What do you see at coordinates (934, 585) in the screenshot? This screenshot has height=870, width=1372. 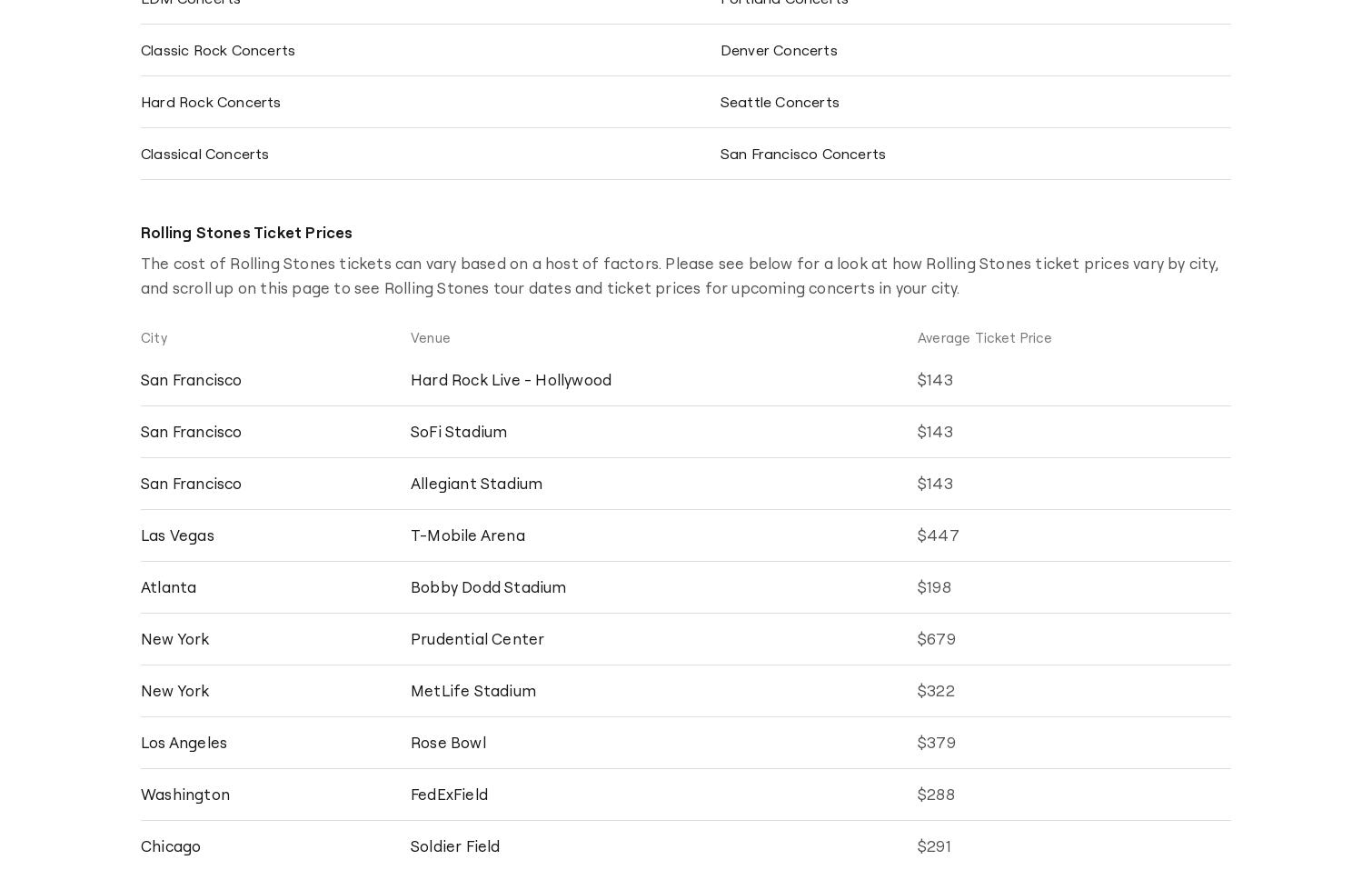 I see `'$198'` at bounding box center [934, 585].